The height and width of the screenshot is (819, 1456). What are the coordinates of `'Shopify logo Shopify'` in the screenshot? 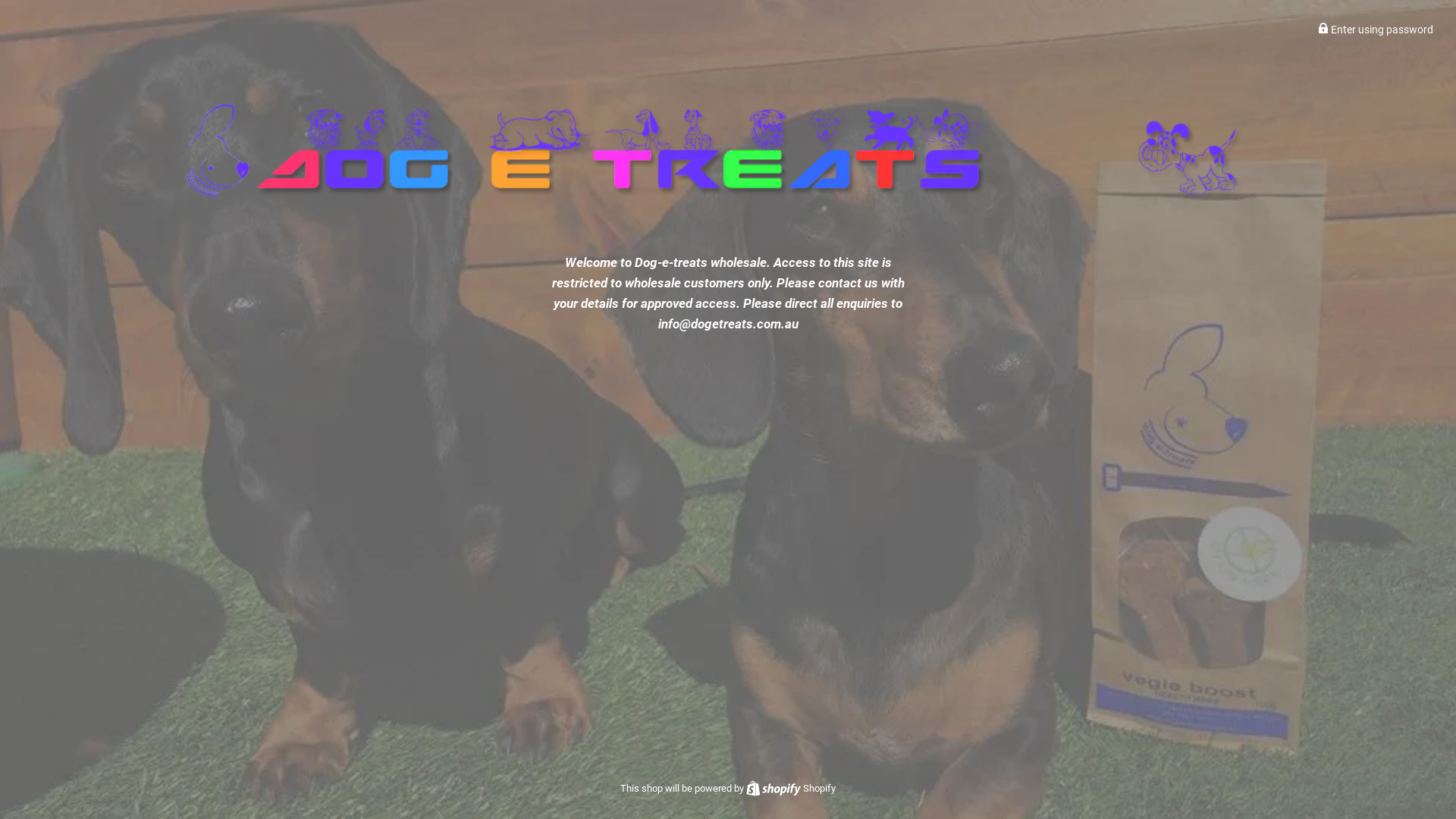 It's located at (789, 787).